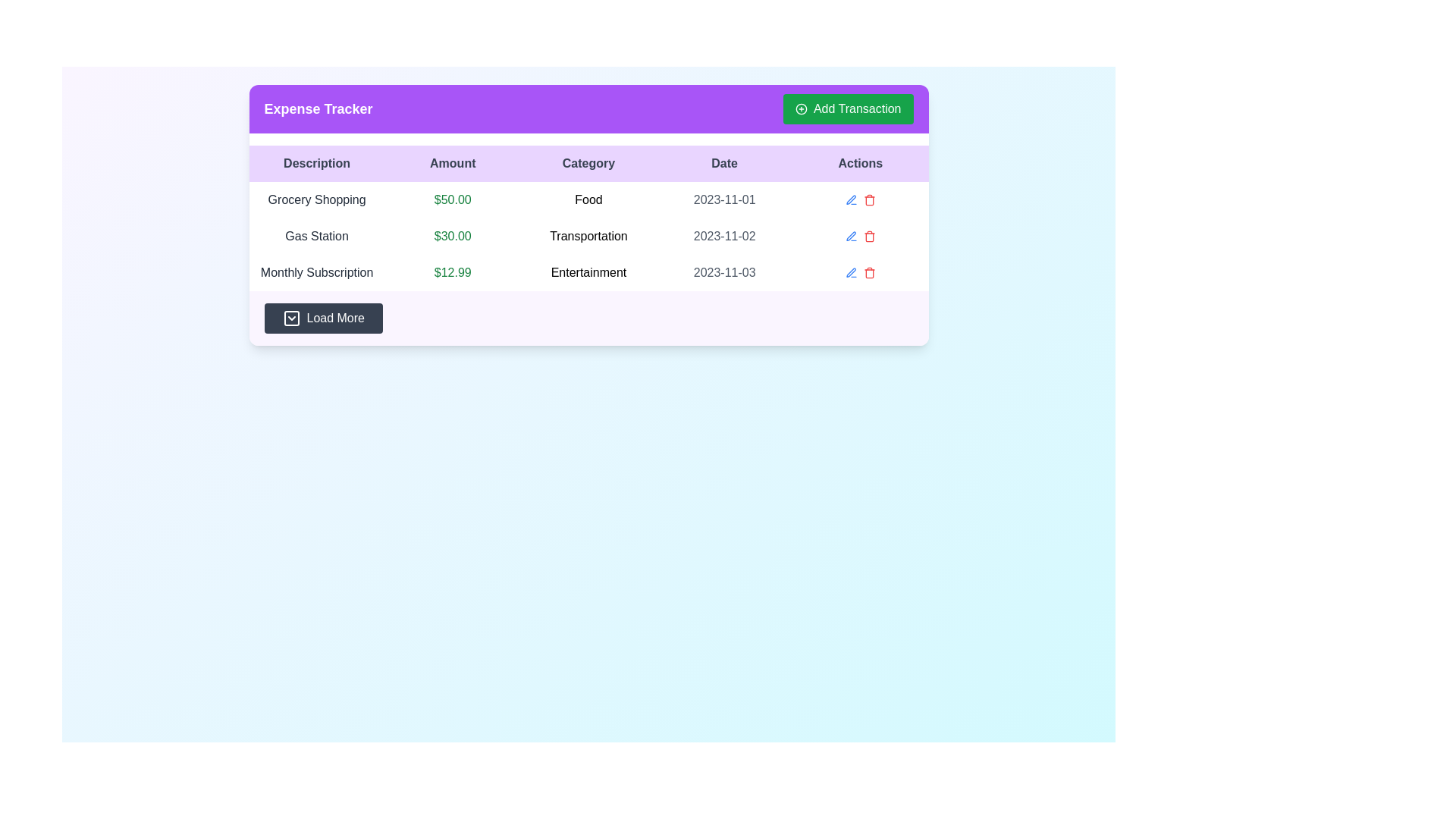  Describe the element at coordinates (588, 271) in the screenshot. I see `the third row of the table displaying the financial transaction 'Monthly Subscription'` at that location.